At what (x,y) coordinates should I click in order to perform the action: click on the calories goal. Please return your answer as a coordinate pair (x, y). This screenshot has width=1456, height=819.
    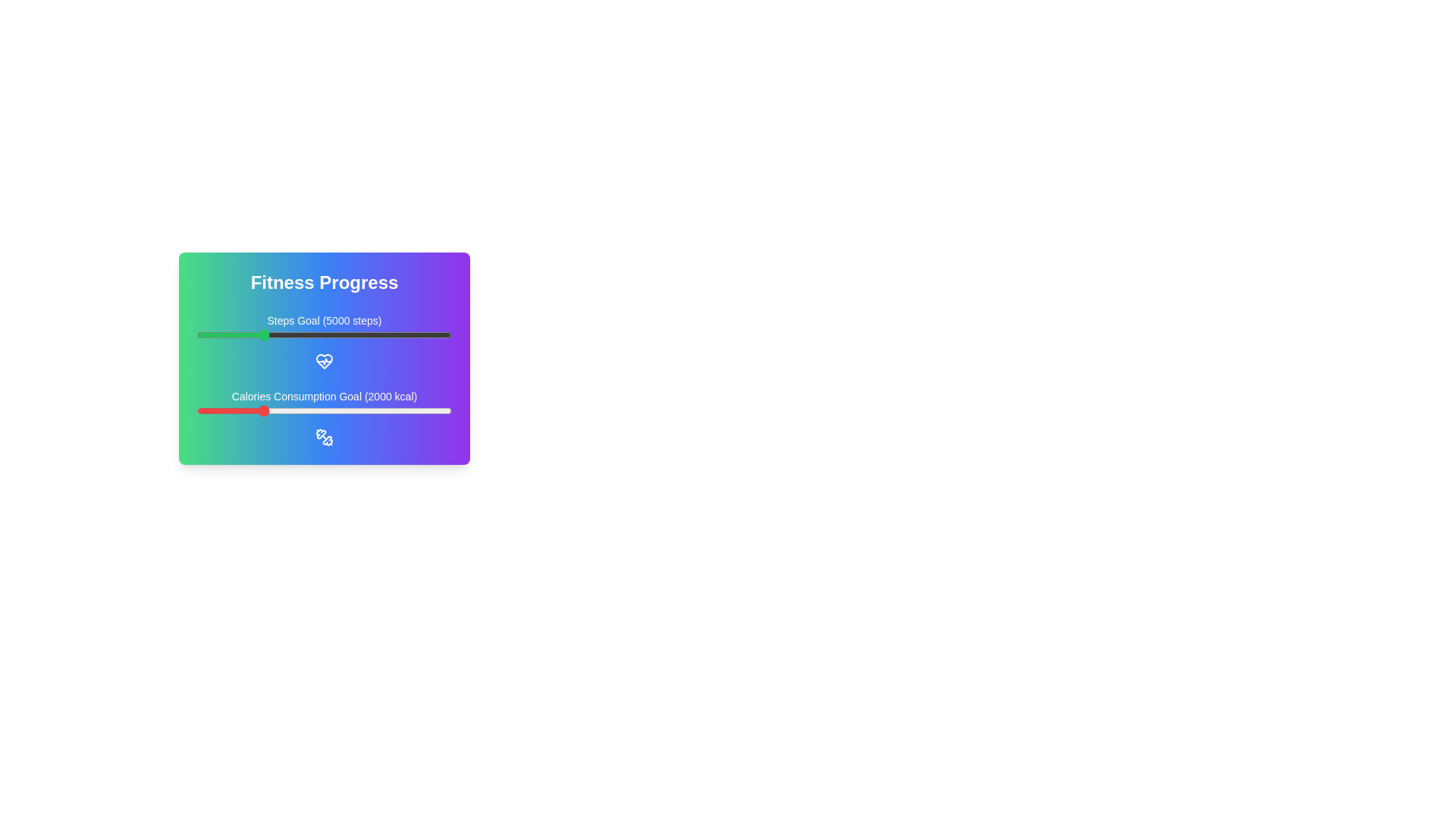
    Looking at the image, I should click on (425, 411).